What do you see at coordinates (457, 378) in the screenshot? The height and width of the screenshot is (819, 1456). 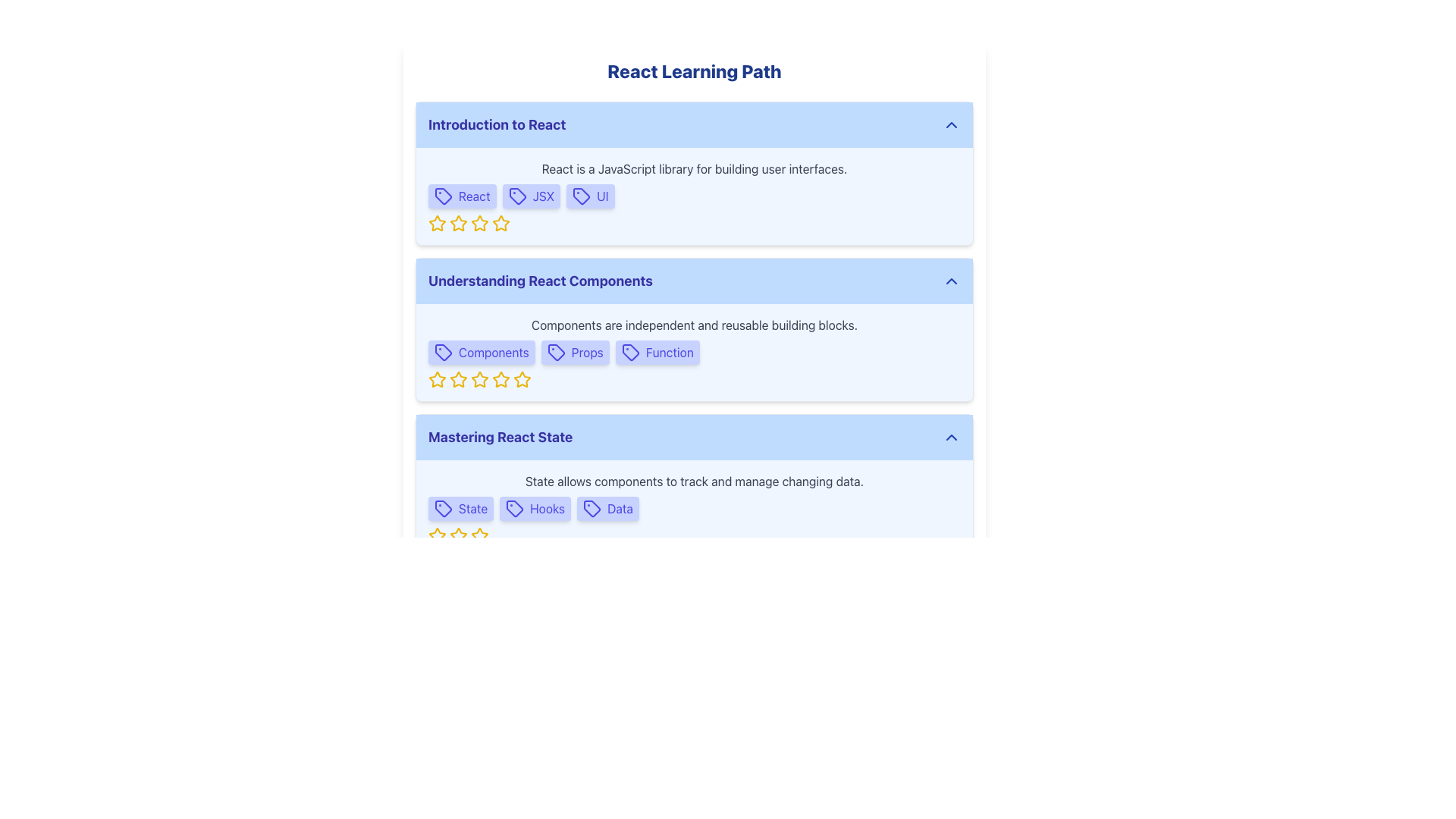 I see `the first star icon in the second set of rating stars under the text 'Understanding React Components', which is visually styled in a yellow hue and represents a rating system` at bounding box center [457, 378].